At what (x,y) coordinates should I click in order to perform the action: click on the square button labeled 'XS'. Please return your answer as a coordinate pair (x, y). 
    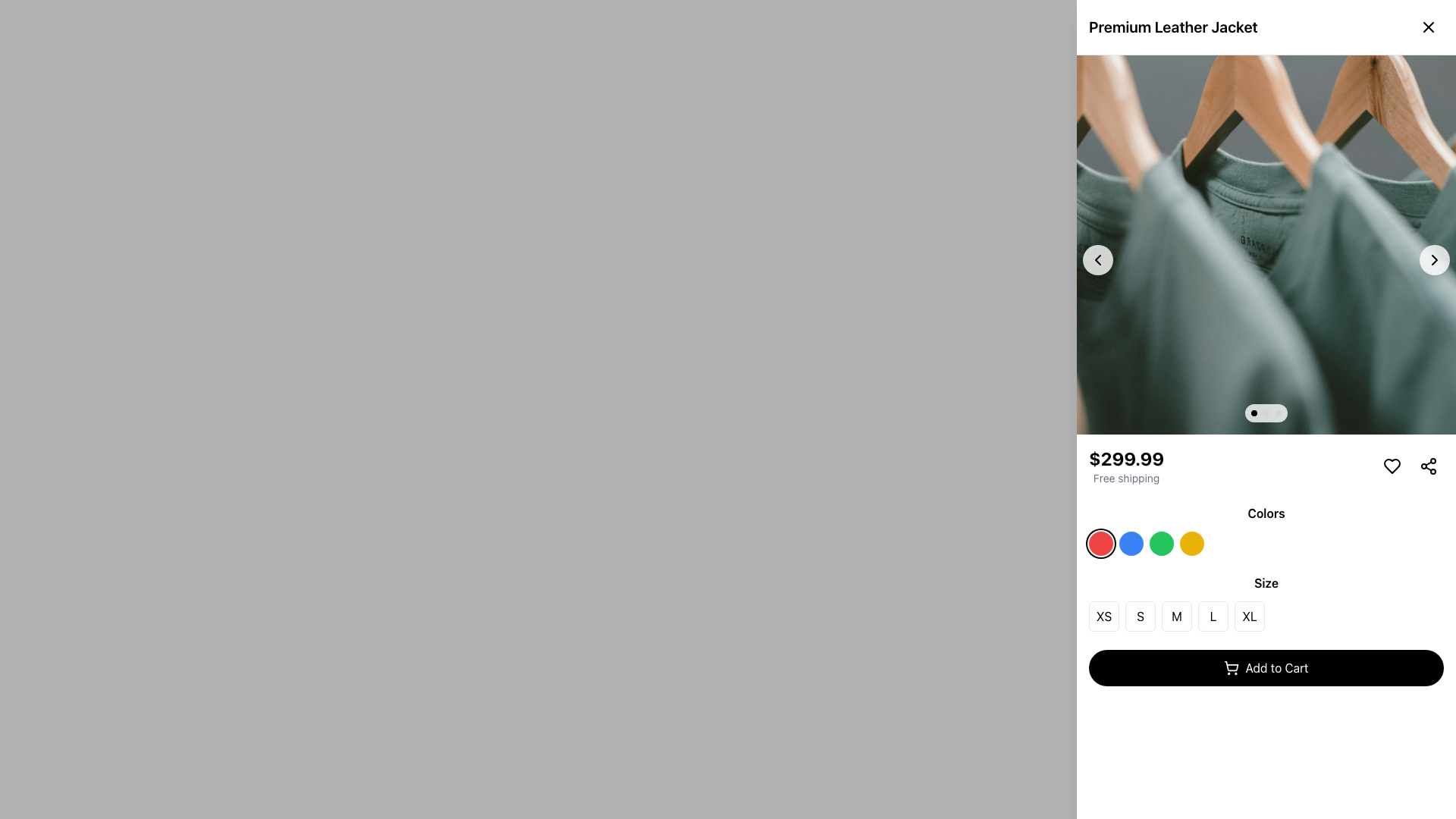
    Looking at the image, I should click on (1103, 617).